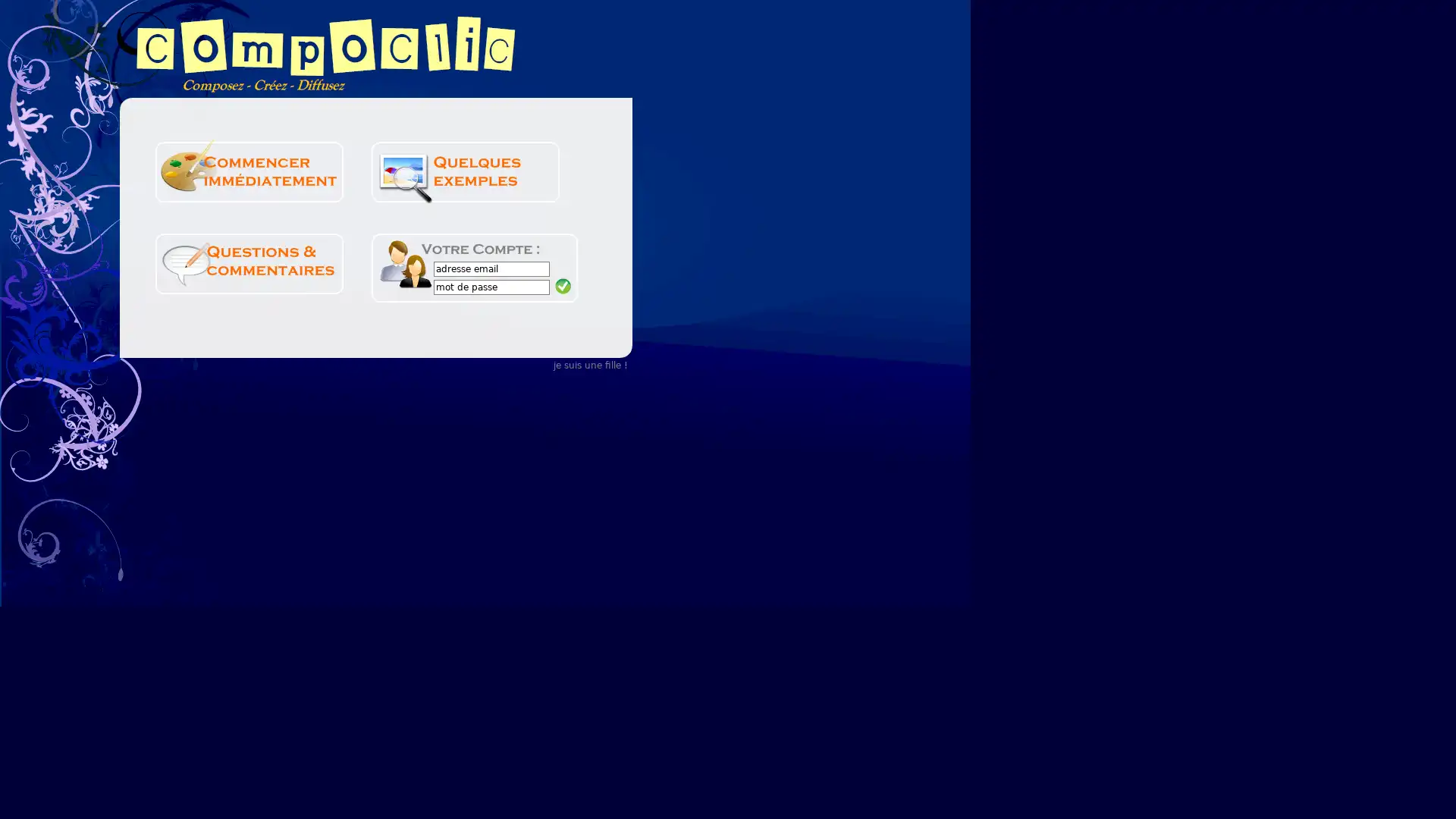 The height and width of the screenshot is (819, 1456). I want to click on Submit, so click(562, 286).